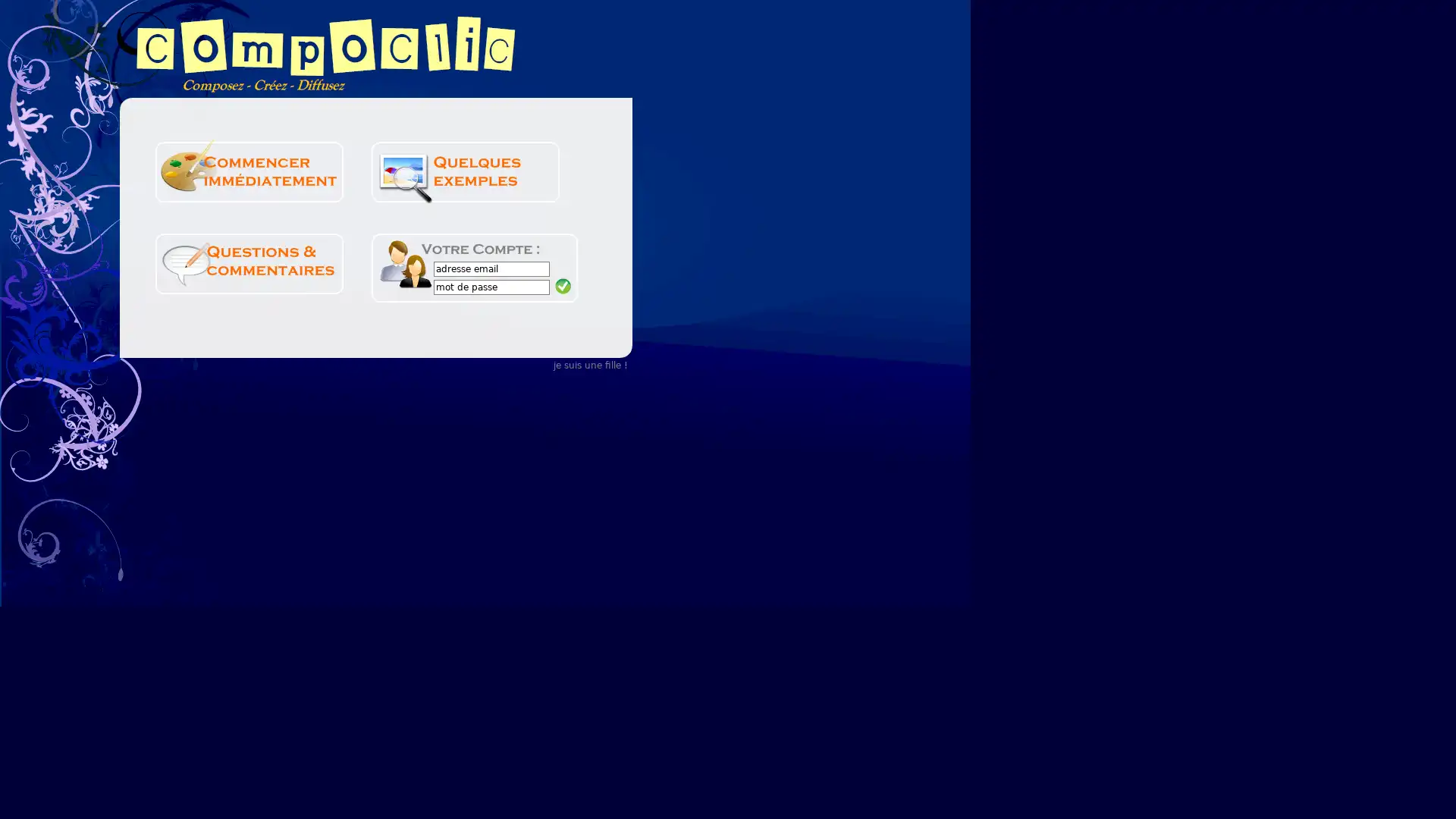 The height and width of the screenshot is (819, 1456). I want to click on Submit, so click(562, 286).